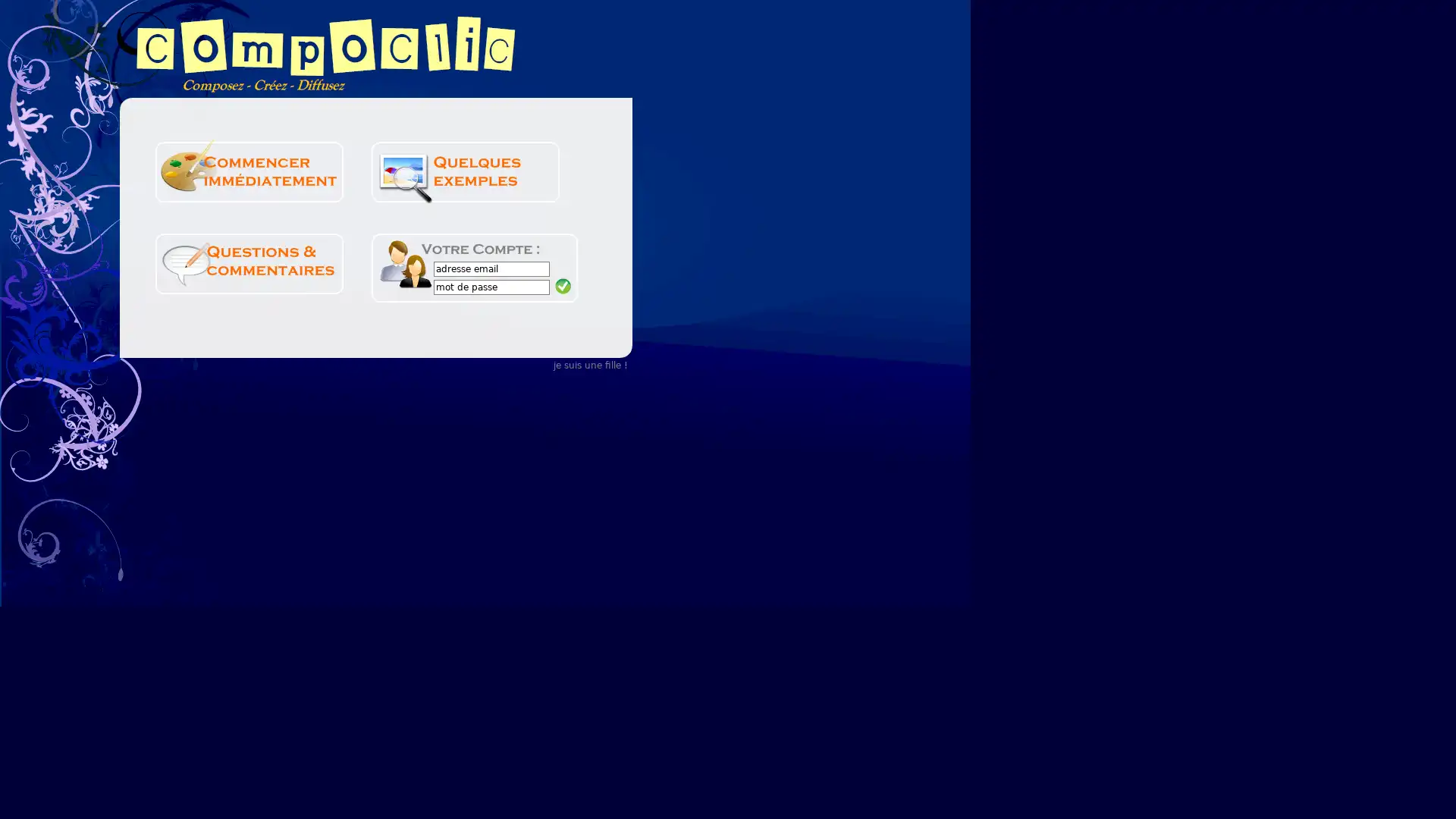 The height and width of the screenshot is (819, 1456). I want to click on Submit, so click(562, 286).